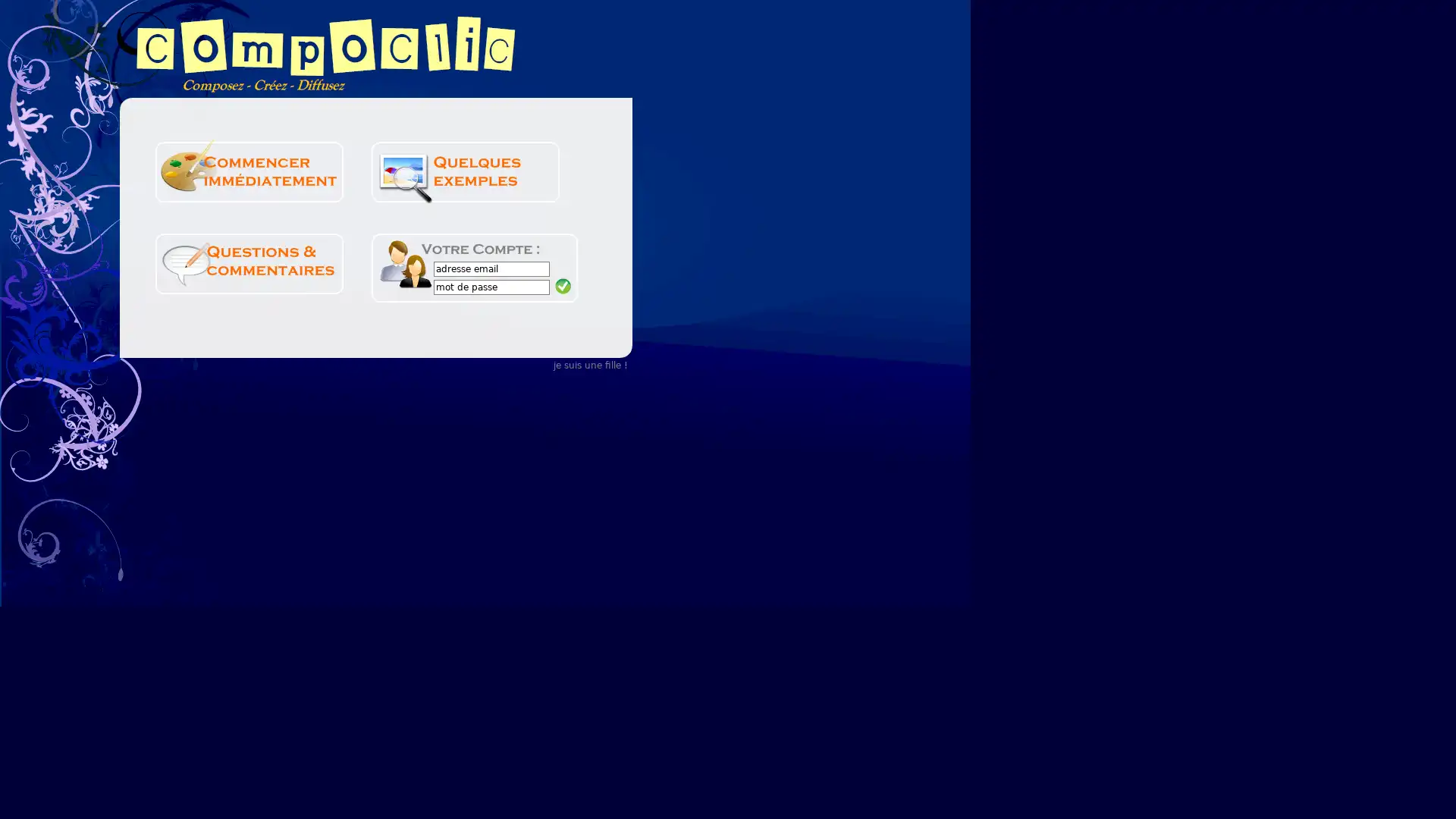 The height and width of the screenshot is (819, 1456). I want to click on Submit, so click(562, 286).